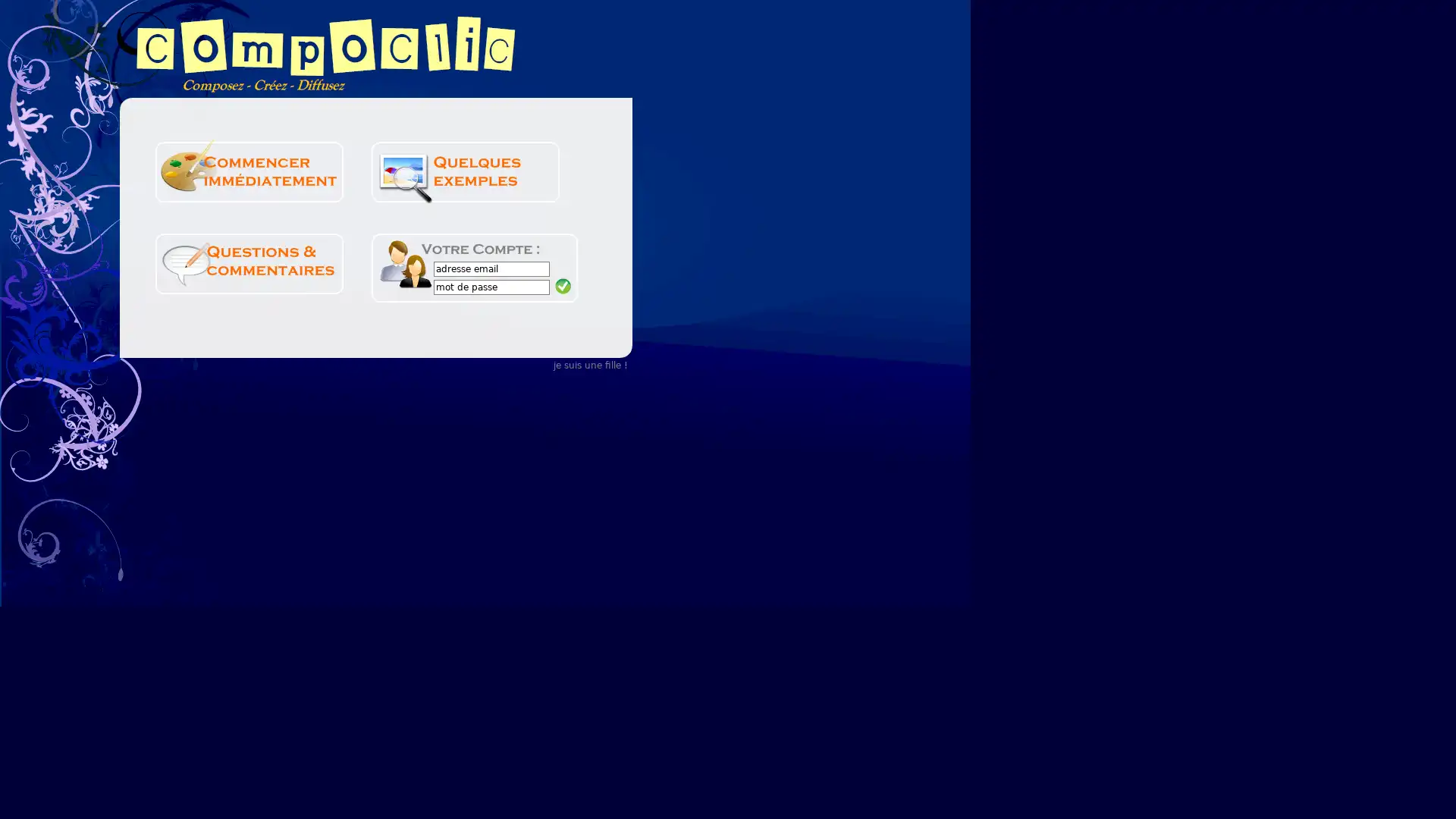 The height and width of the screenshot is (819, 1456). I want to click on Submit, so click(562, 286).